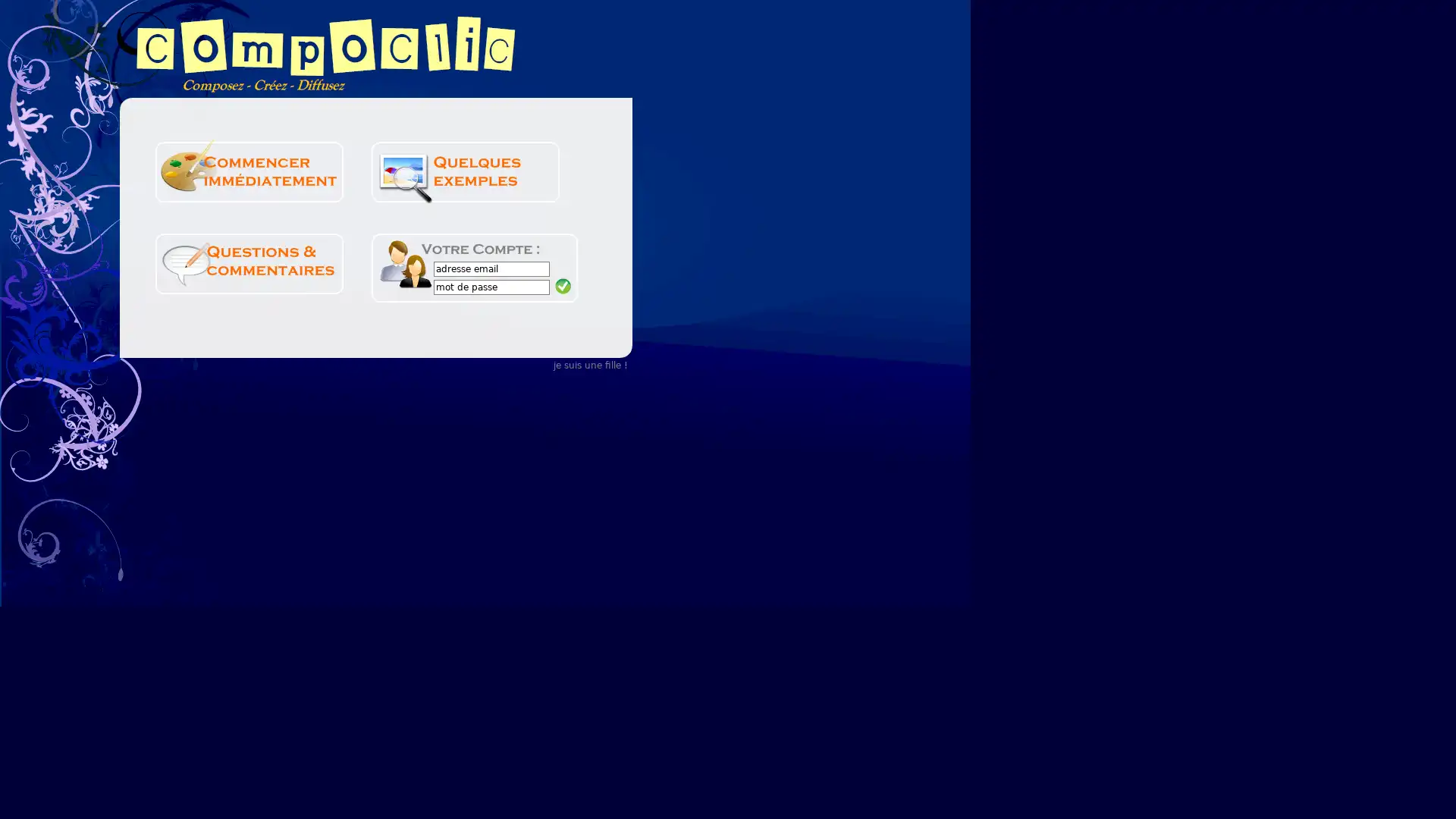 The height and width of the screenshot is (819, 1456). I want to click on Submit, so click(562, 286).